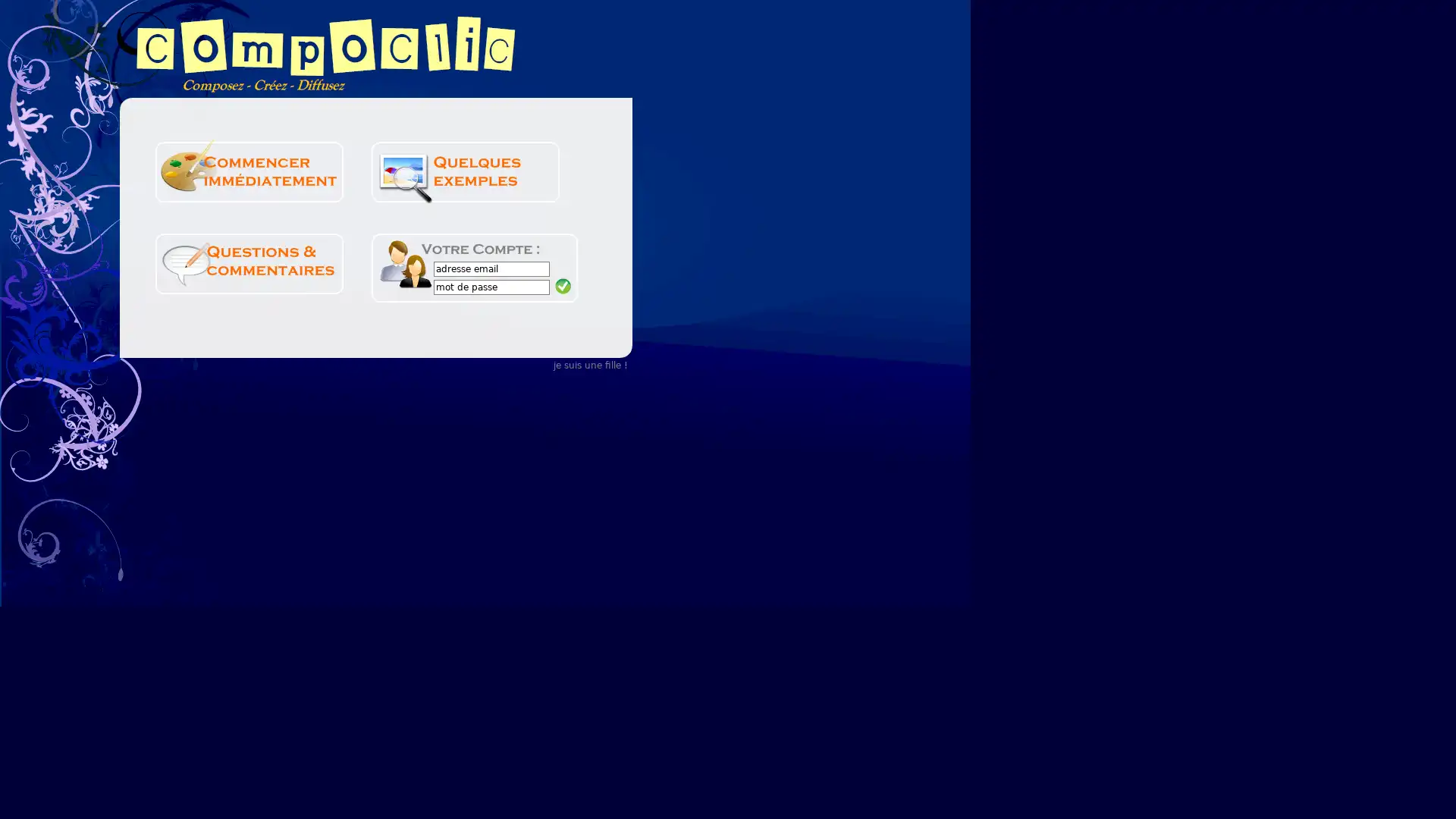 The height and width of the screenshot is (819, 1456). I want to click on Submit, so click(562, 286).